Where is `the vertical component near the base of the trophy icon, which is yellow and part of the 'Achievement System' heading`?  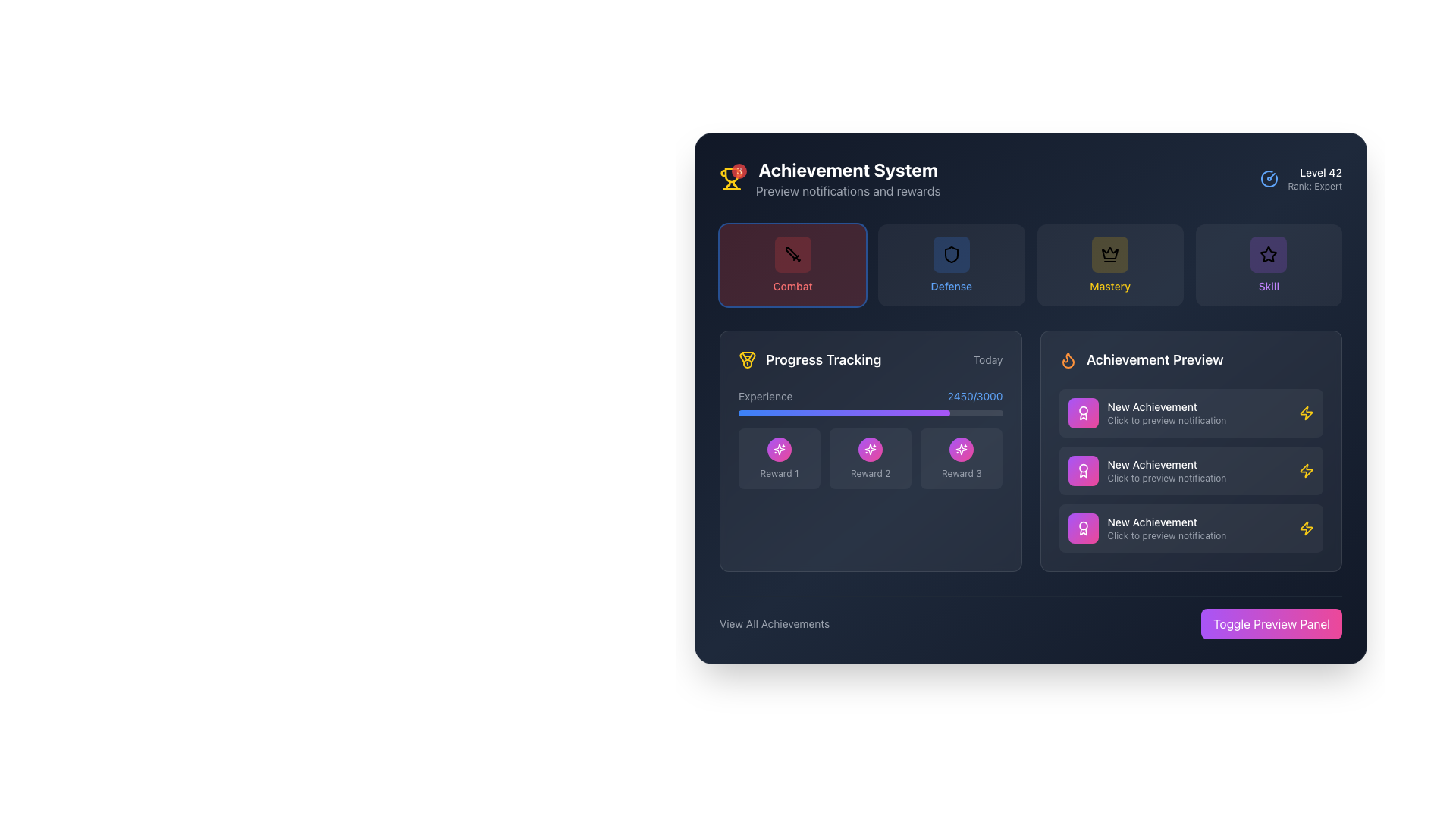 the vertical component near the base of the trophy icon, which is yellow and part of the 'Achievement System' heading is located at coordinates (728, 184).